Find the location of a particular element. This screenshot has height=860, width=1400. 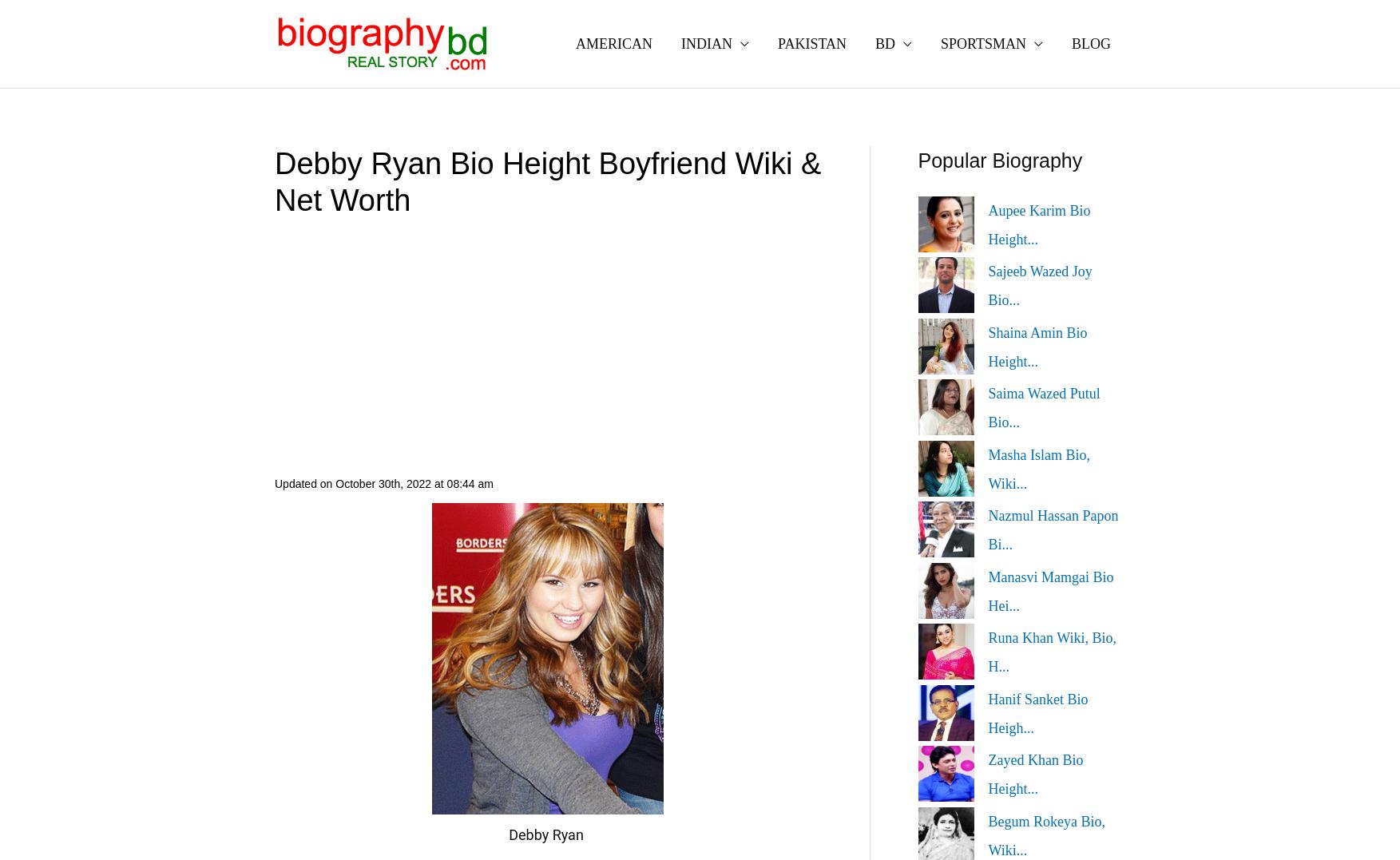

'Sajeeb Wazed Joy Bio...' is located at coordinates (1039, 284).